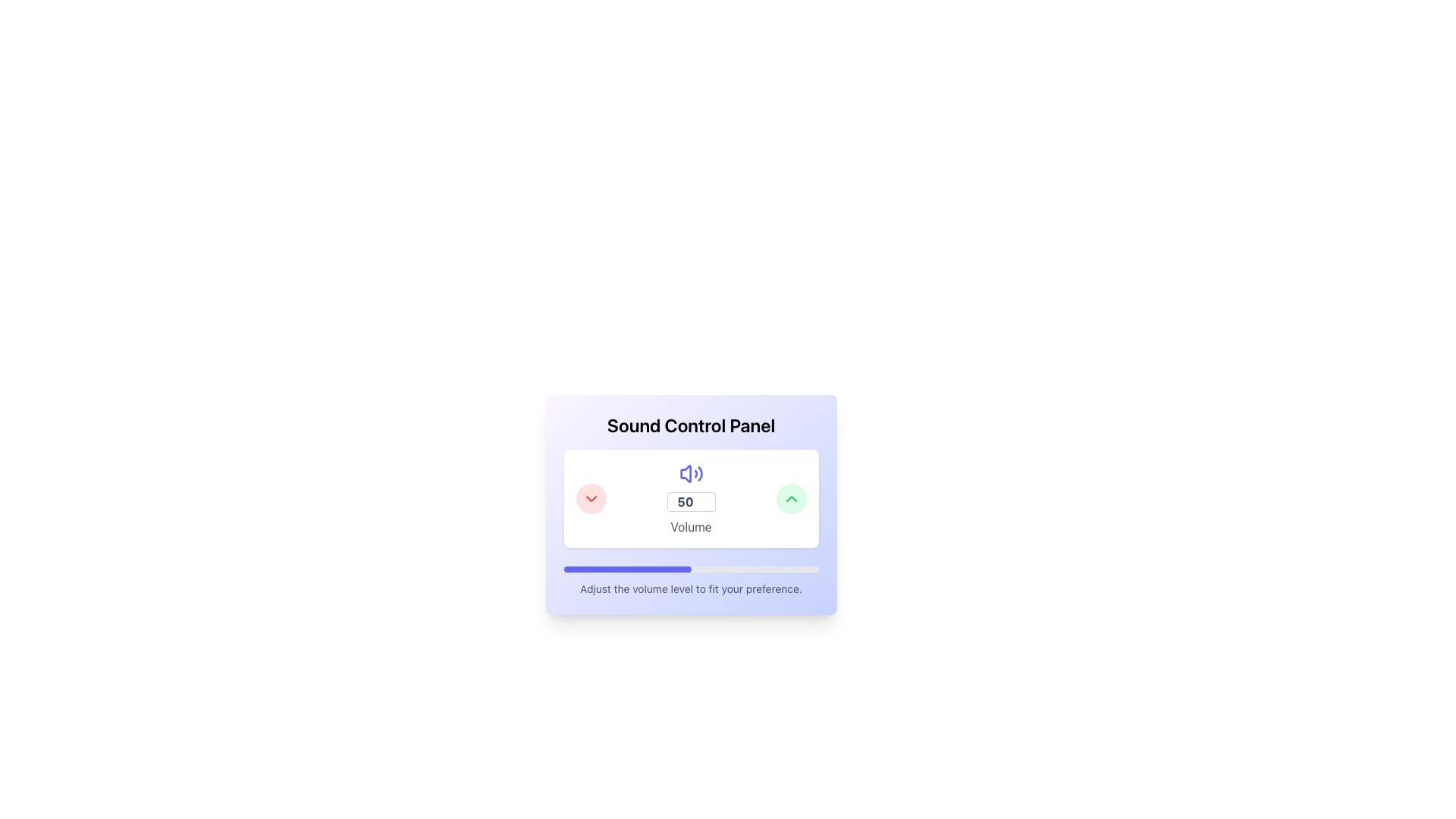  Describe the element at coordinates (790, 499) in the screenshot. I see `the volume increase button located in the top-right region of the 'Sound Control Panel' UI, which has an upward chevron design` at that location.